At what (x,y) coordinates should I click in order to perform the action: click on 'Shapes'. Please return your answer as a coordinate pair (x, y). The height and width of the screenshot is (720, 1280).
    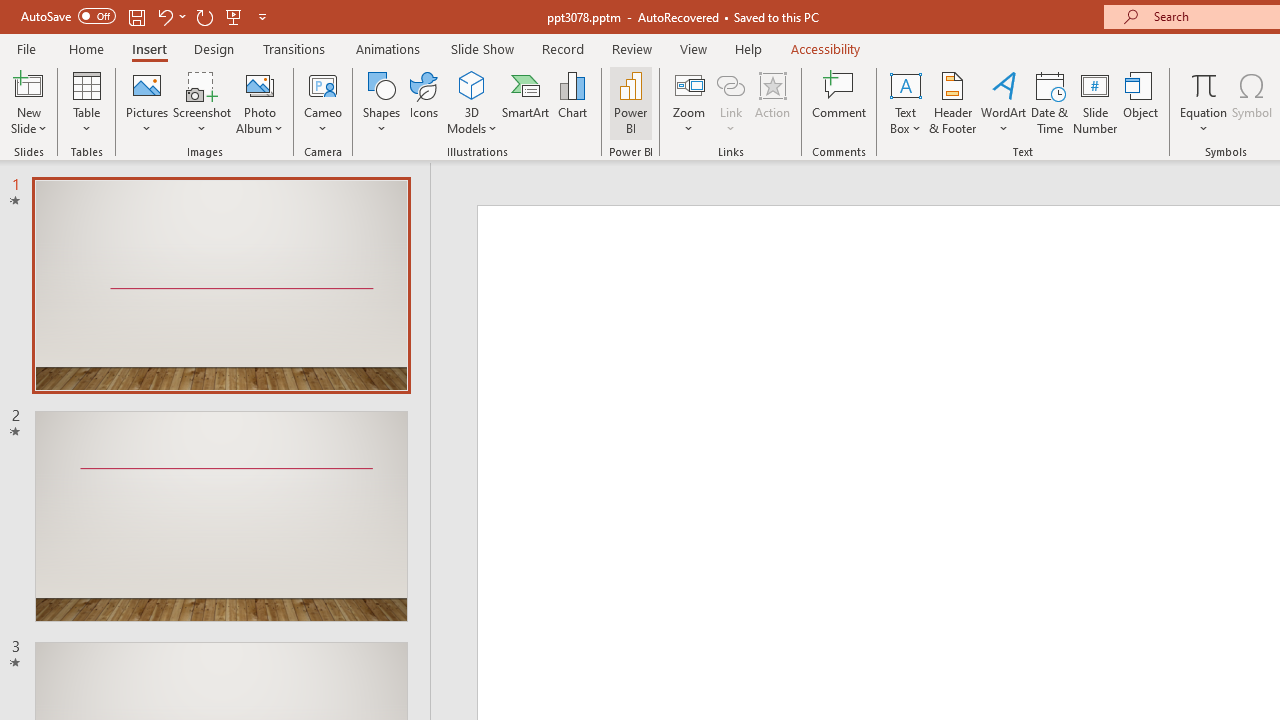
    Looking at the image, I should click on (382, 103).